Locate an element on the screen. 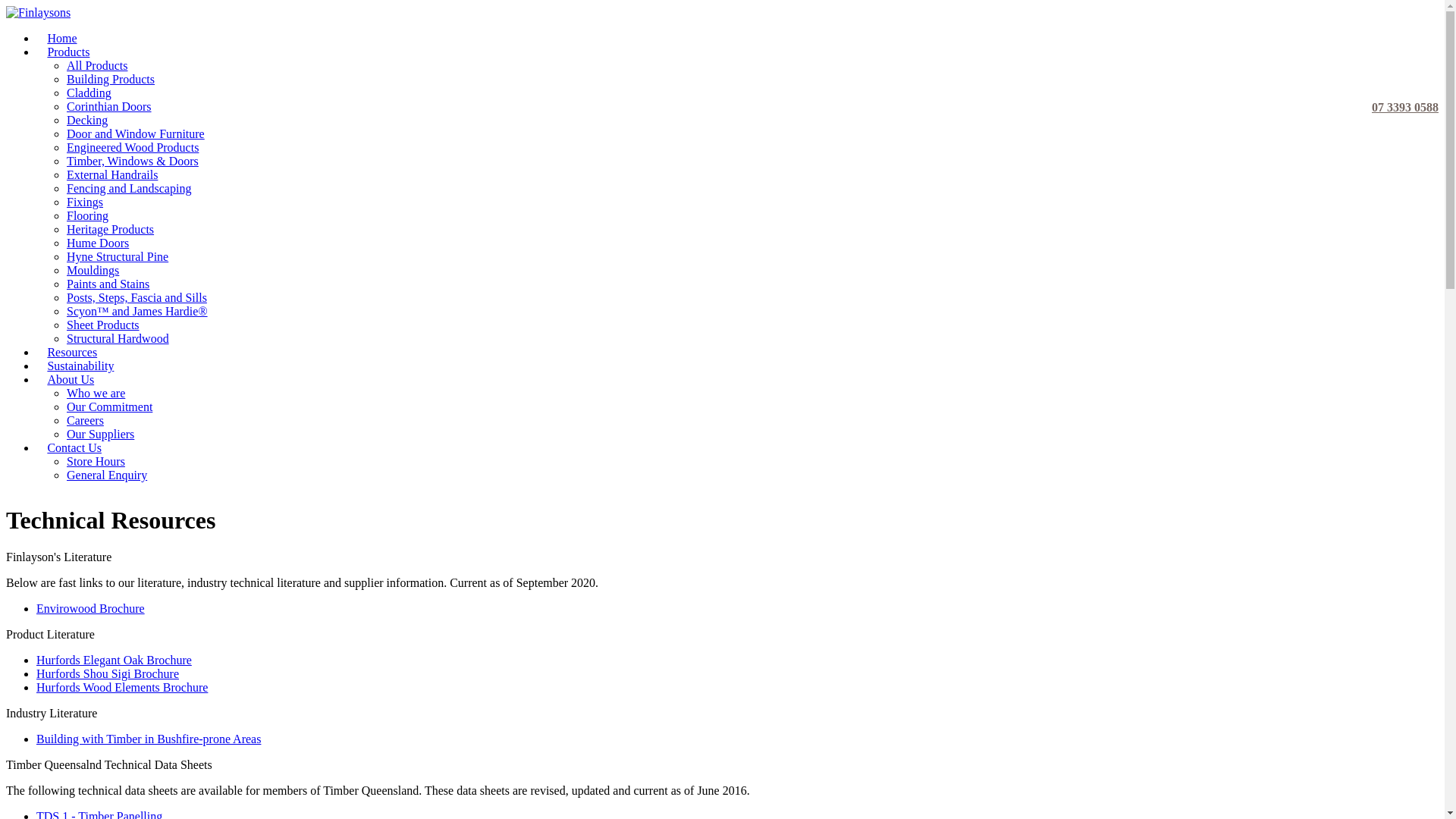  'Structural Hardwood' is located at coordinates (65, 337).